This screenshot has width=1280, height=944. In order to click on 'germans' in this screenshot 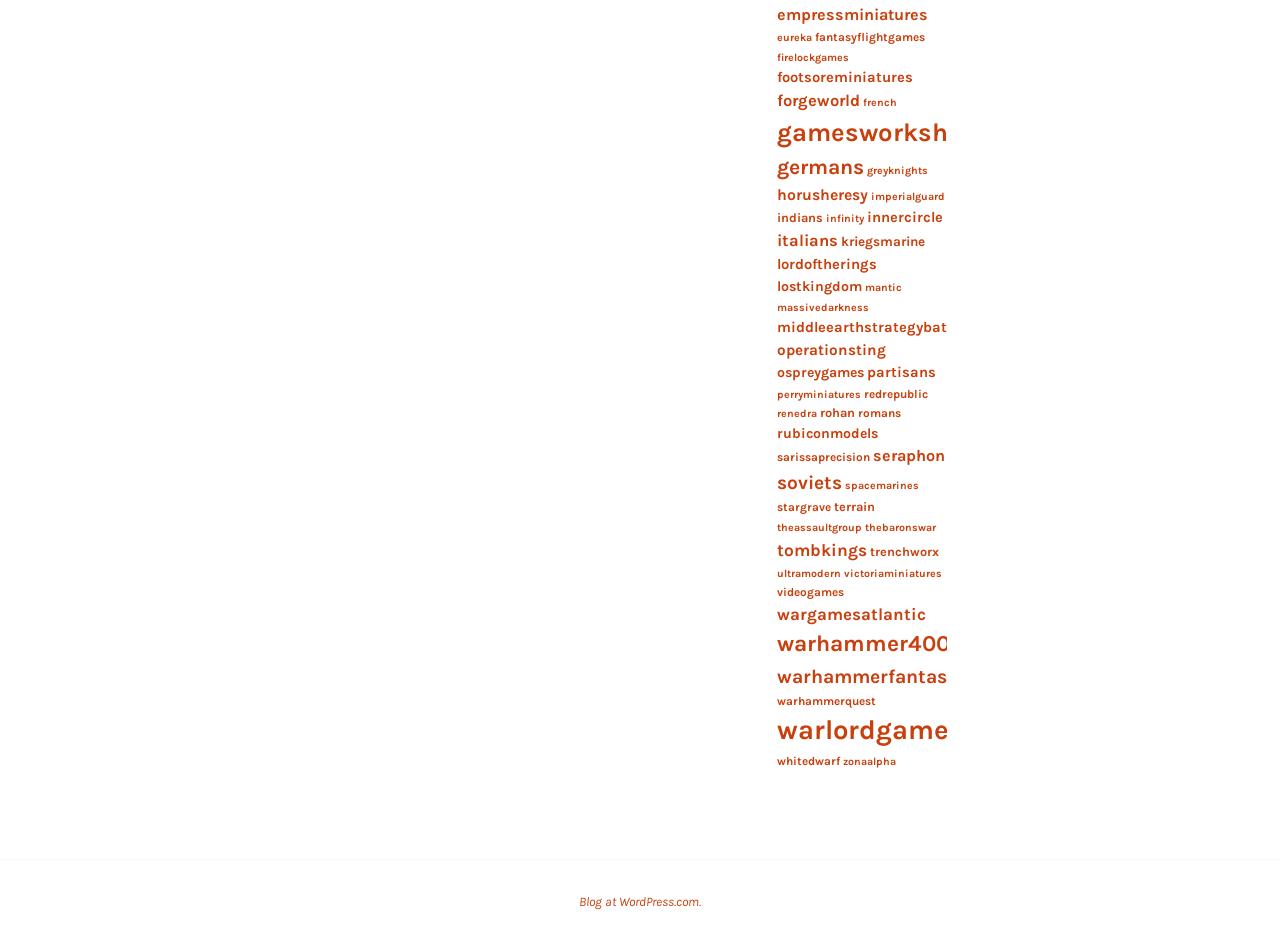, I will do `click(819, 165)`.